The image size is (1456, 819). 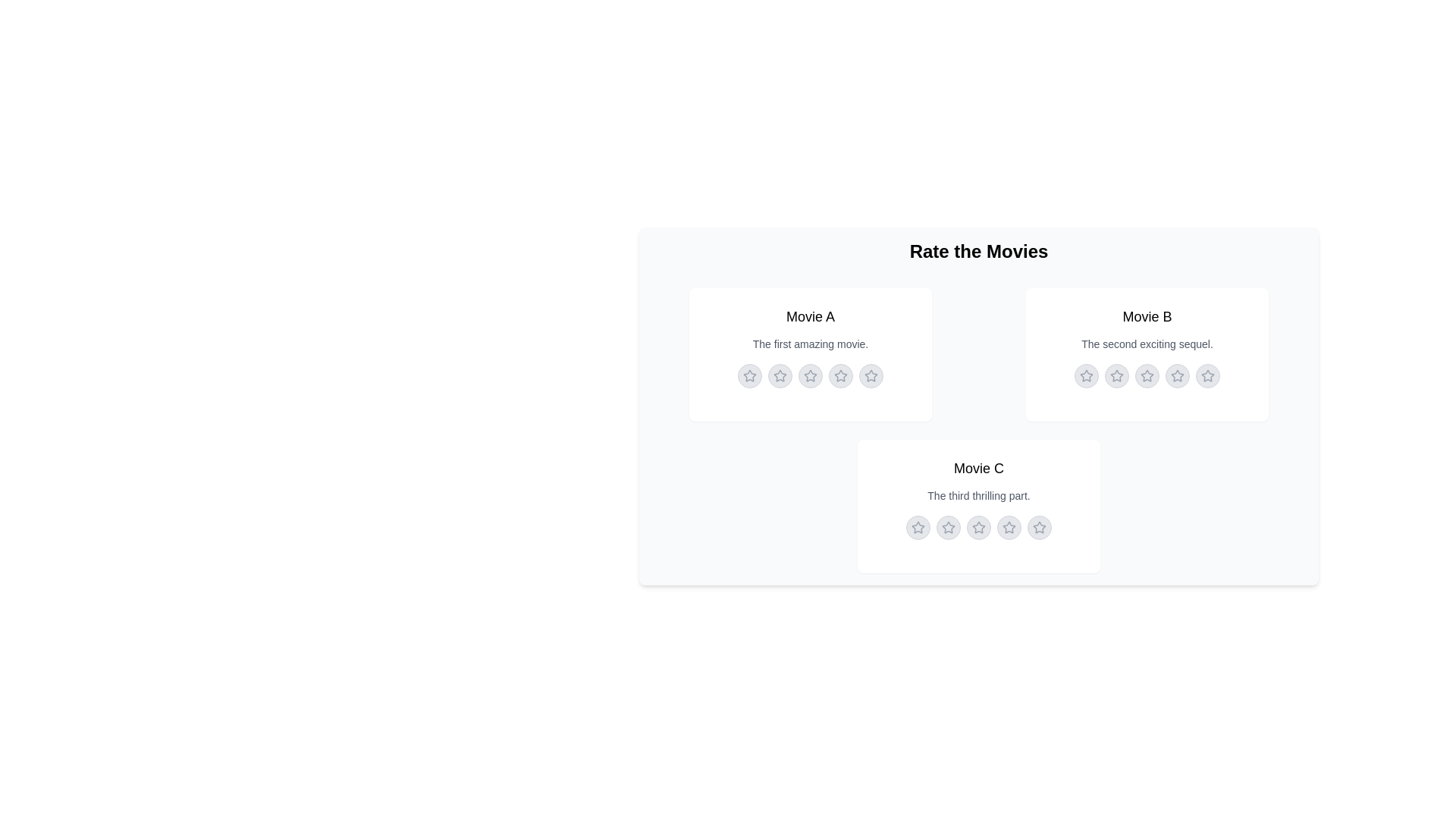 I want to click on the star icon in the movie rating card located in the top-left section of the interface, so click(x=810, y=354).